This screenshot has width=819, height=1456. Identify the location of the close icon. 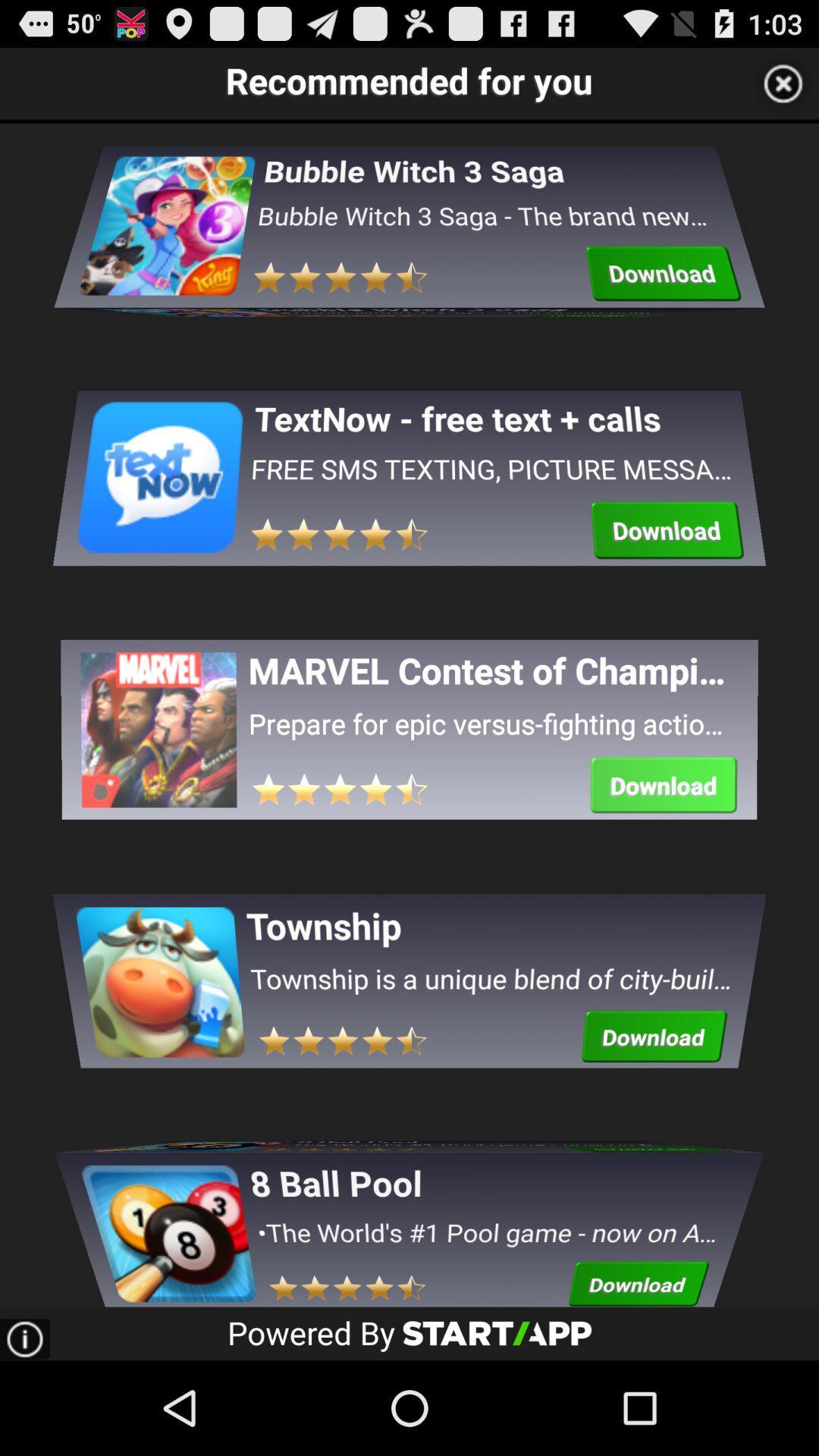
(783, 89).